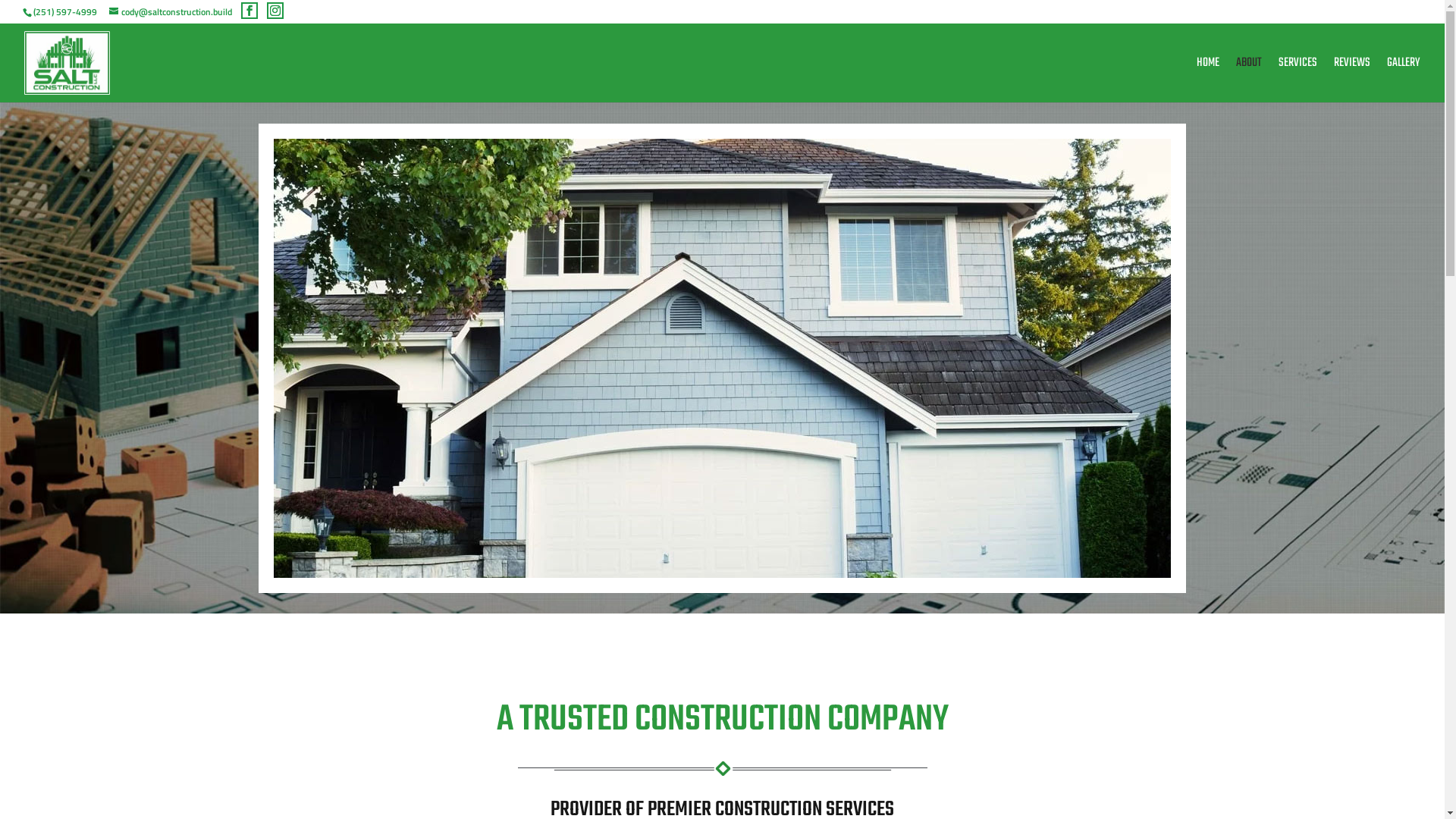 This screenshot has width=1456, height=819. What do you see at coordinates (1297, 80) in the screenshot?
I see `'SERVICES'` at bounding box center [1297, 80].